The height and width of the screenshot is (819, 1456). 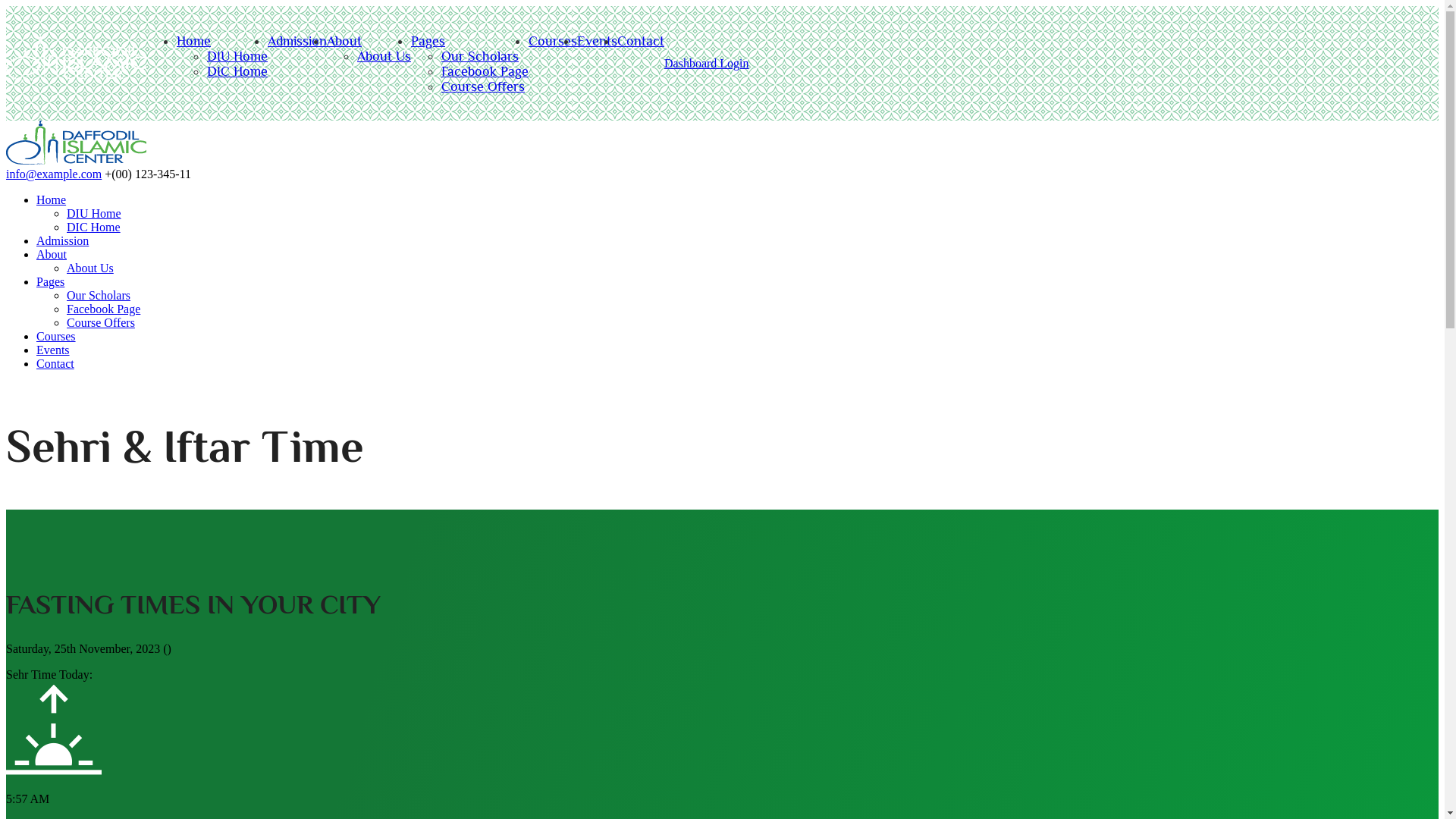 I want to click on 'DIC Home', so click(x=93, y=227).